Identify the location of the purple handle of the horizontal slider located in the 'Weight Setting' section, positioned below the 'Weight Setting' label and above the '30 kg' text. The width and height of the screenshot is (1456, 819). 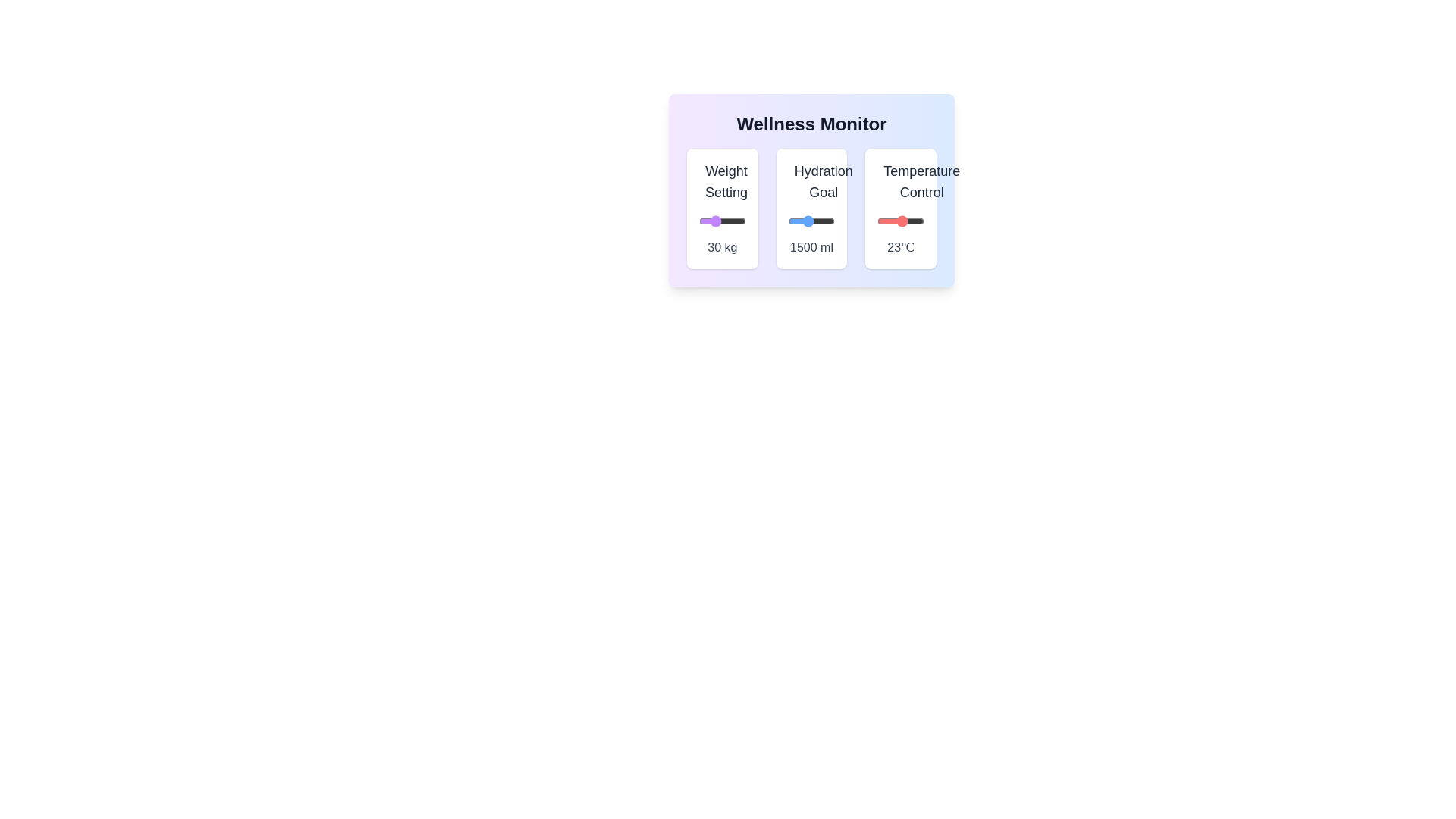
(721, 221).